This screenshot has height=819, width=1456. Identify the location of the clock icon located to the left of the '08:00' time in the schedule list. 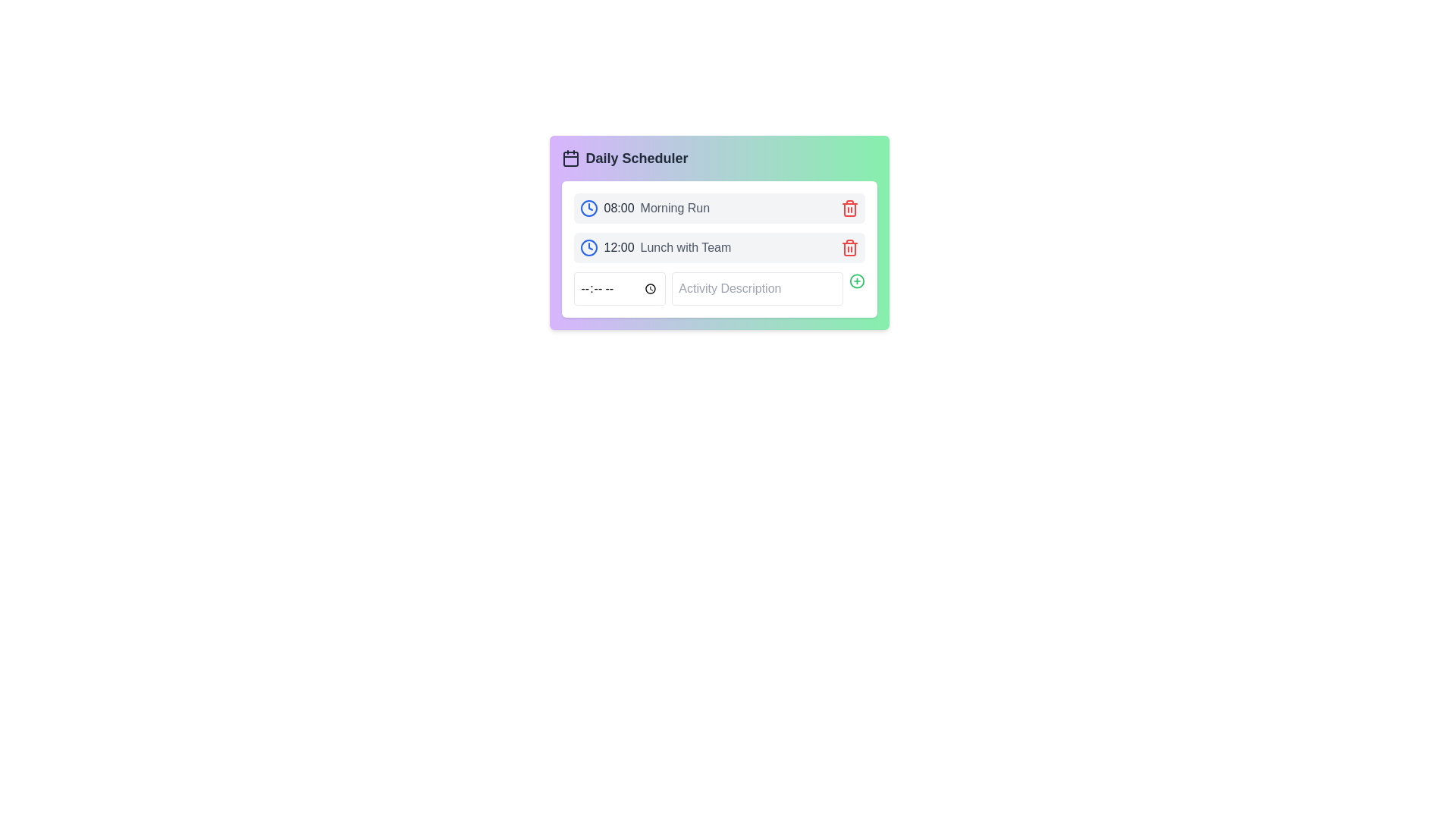
(588, 208).